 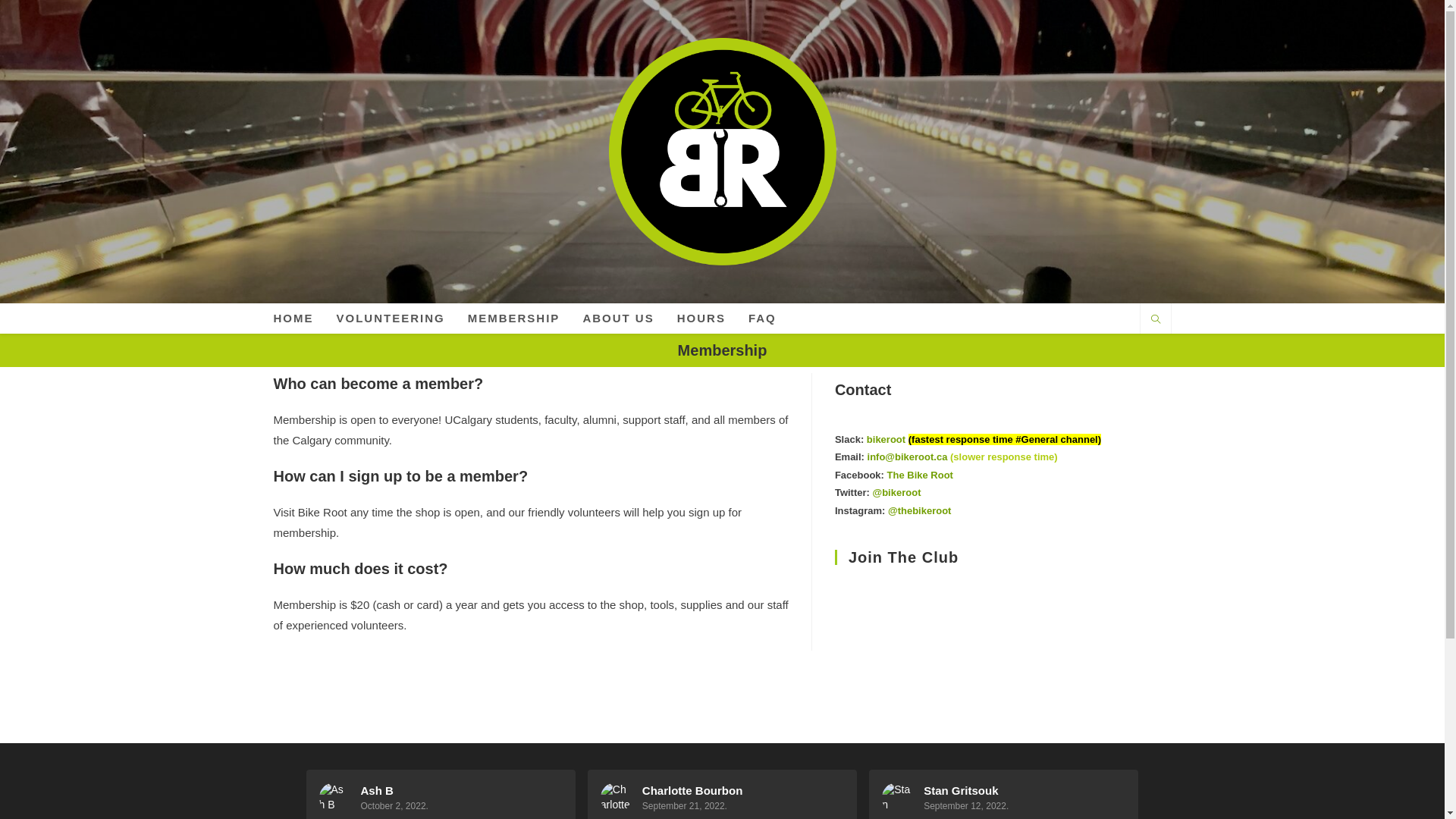 I want to click on 'MEMBERSHIP', so click(x=513, y=318).